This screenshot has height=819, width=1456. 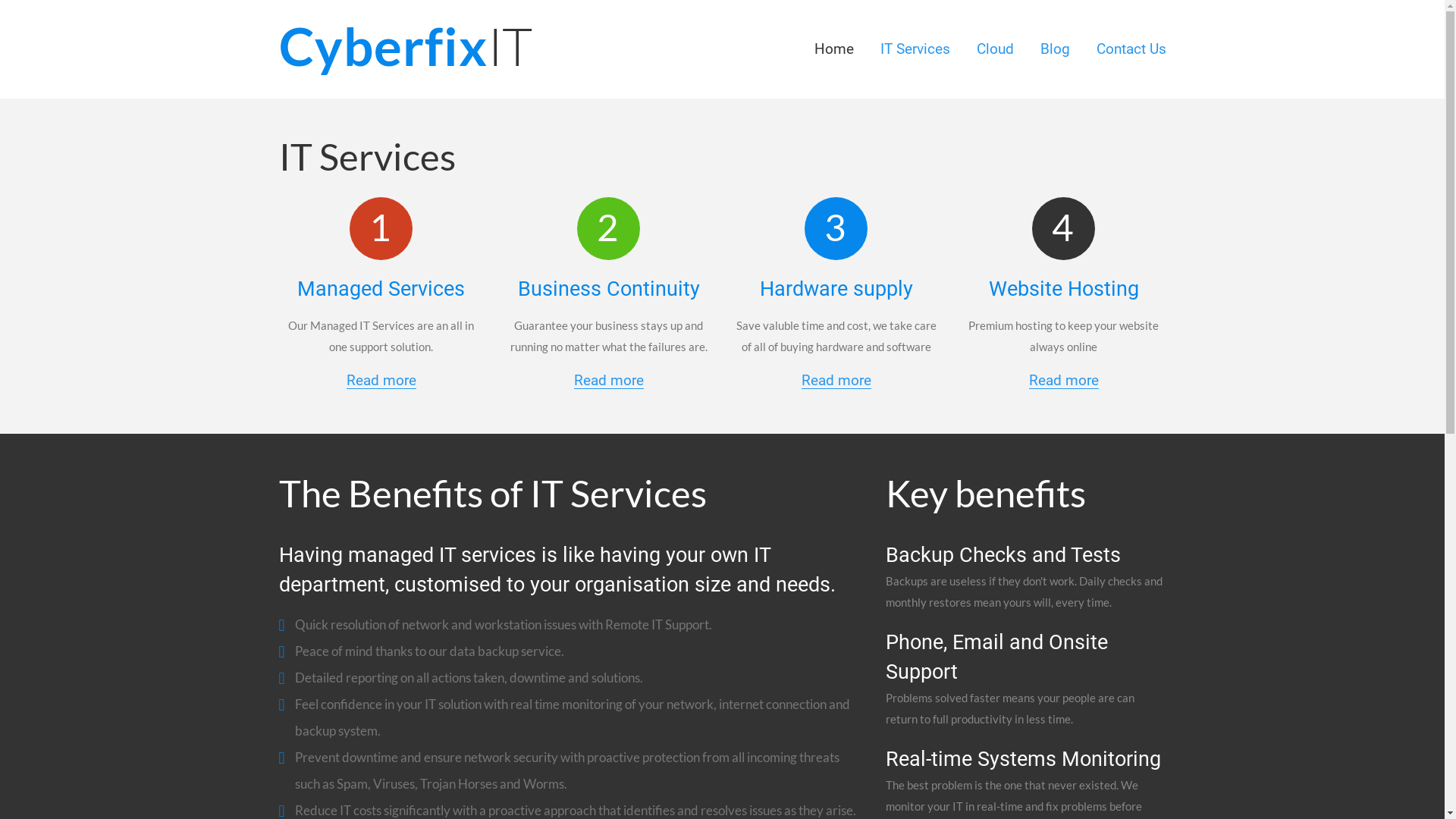 What do you see at coordinates (1131, 48) in the screenshot?
I see `'Contact Us'` at bounding box center [1131, 48].